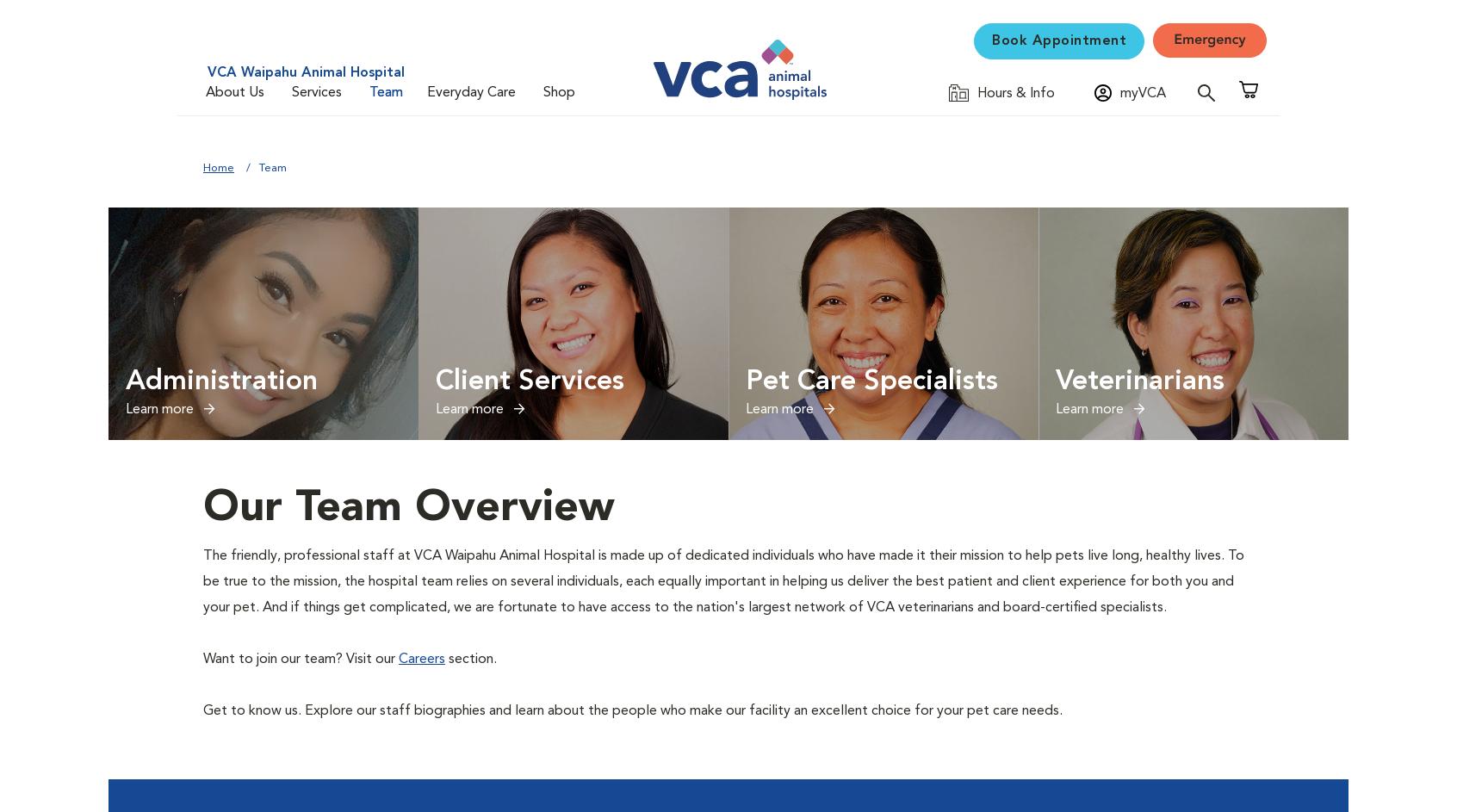 The width and height of the screenshot is (1457, 812). I want to click on 'Everyday Care', so click(471, 92).